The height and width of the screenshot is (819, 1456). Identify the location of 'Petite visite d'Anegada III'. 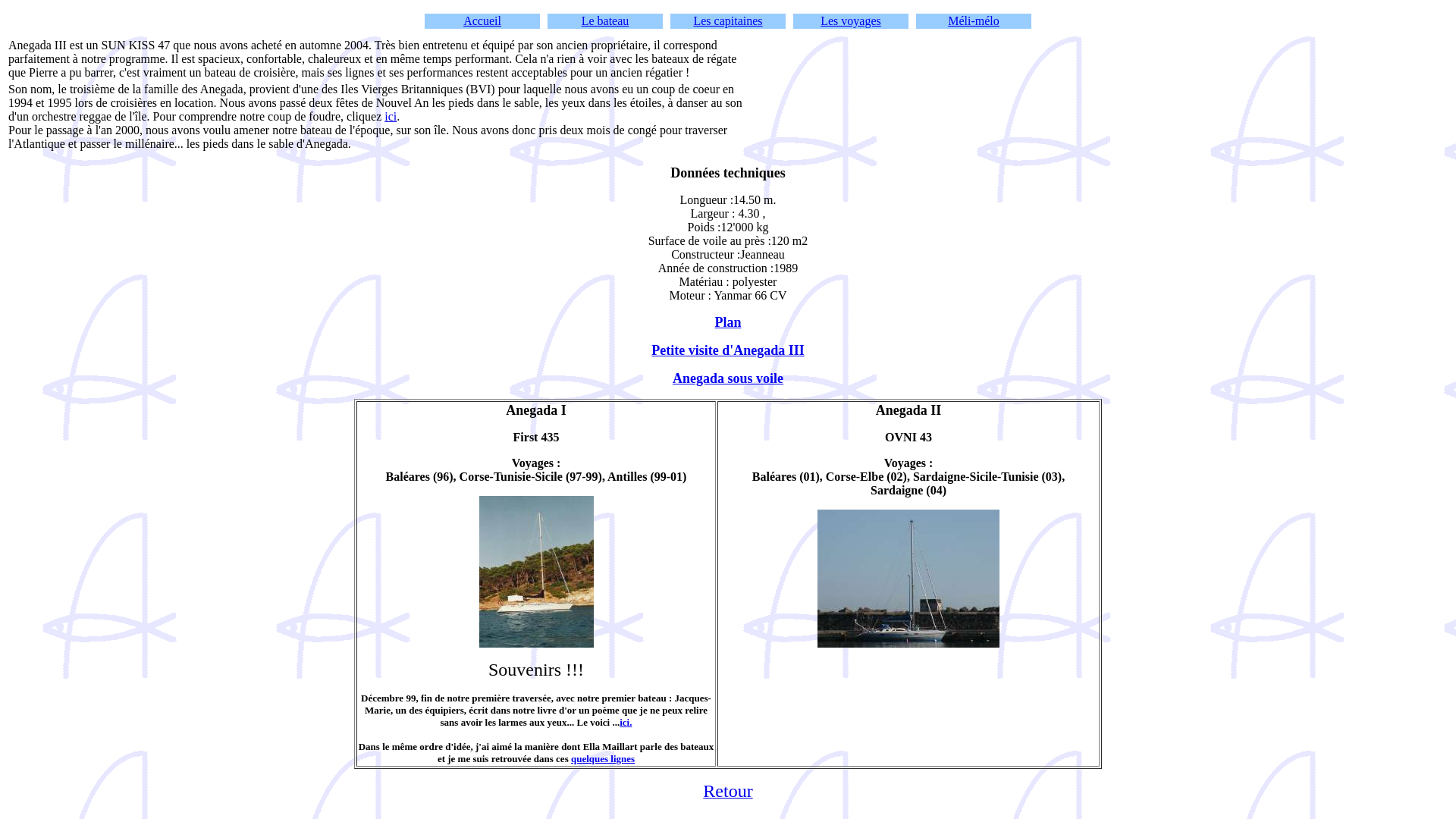
(728, 350).